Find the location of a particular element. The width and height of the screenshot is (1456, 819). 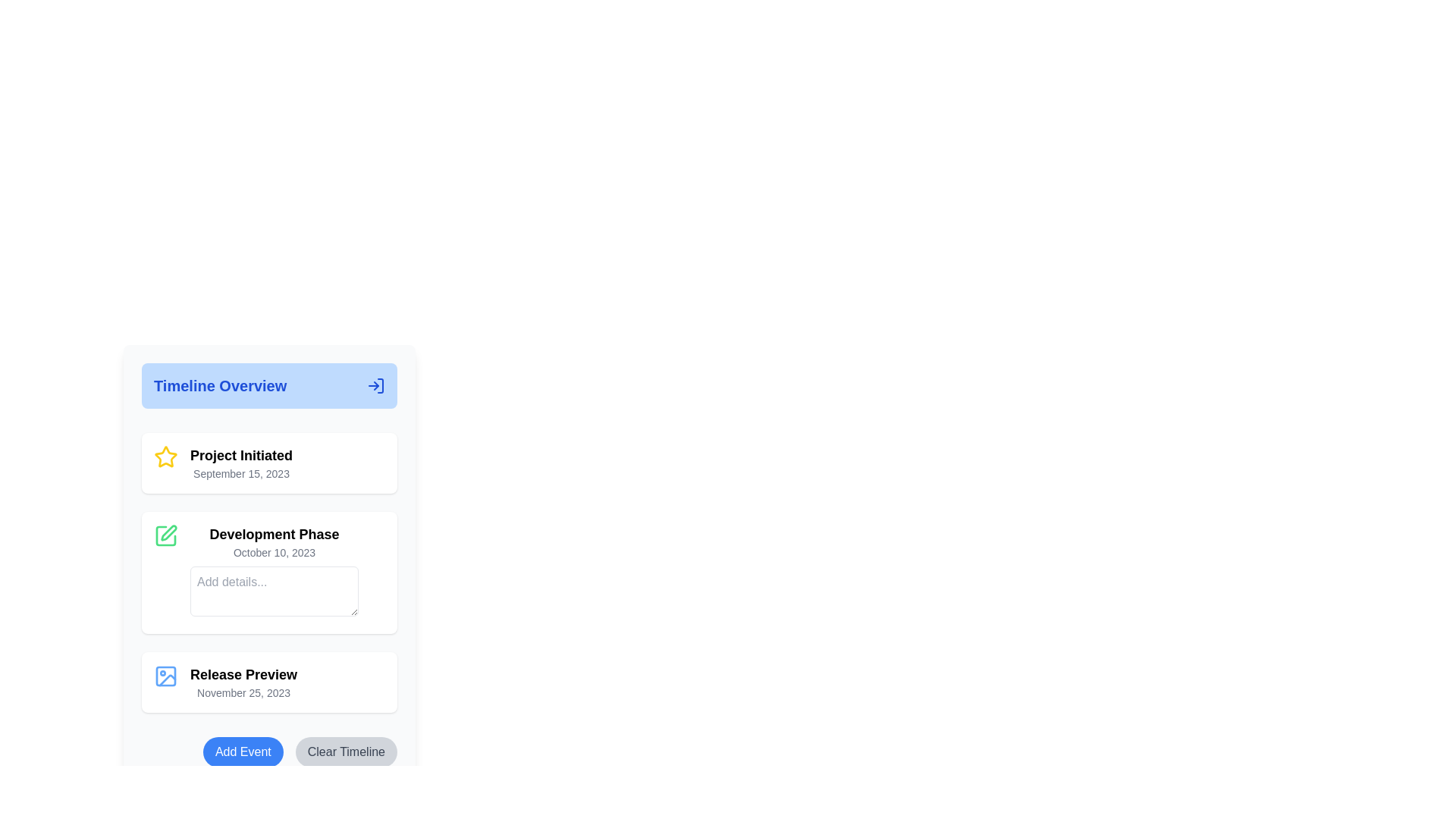

the edit icon button located in the top-left corner of the 'Development Phase' section is located at coordinates (166, 535).